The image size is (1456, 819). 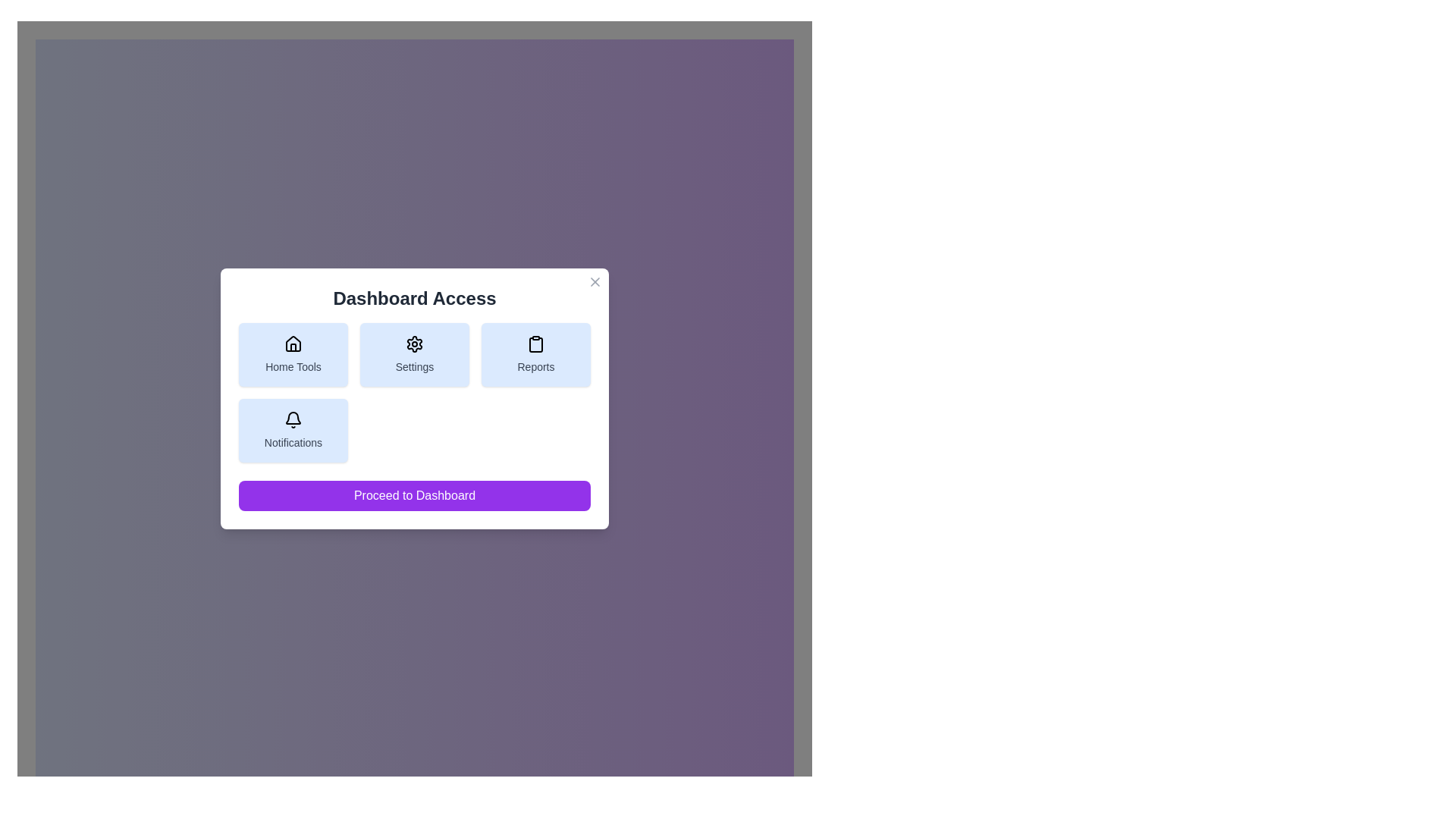 What do you see at coordinates (415, 366) in the screenshot?
I see `the 'Settings' label located below the gear icon in the second button of the top row within the 'Dashboard Access' dialog box` at bounding box center [415, 366].